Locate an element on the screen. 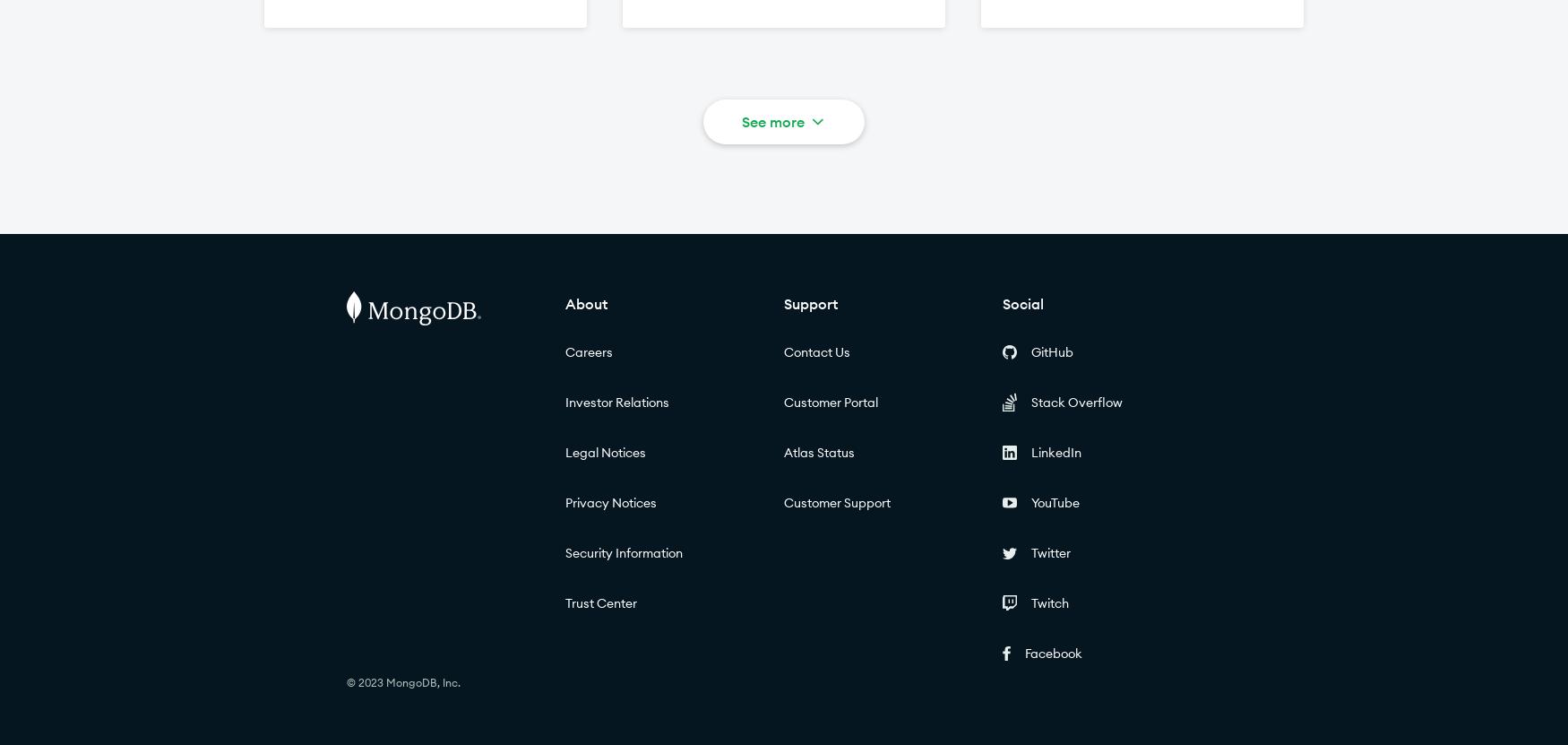  'Customer Support' is located at coordinates (836, 503).